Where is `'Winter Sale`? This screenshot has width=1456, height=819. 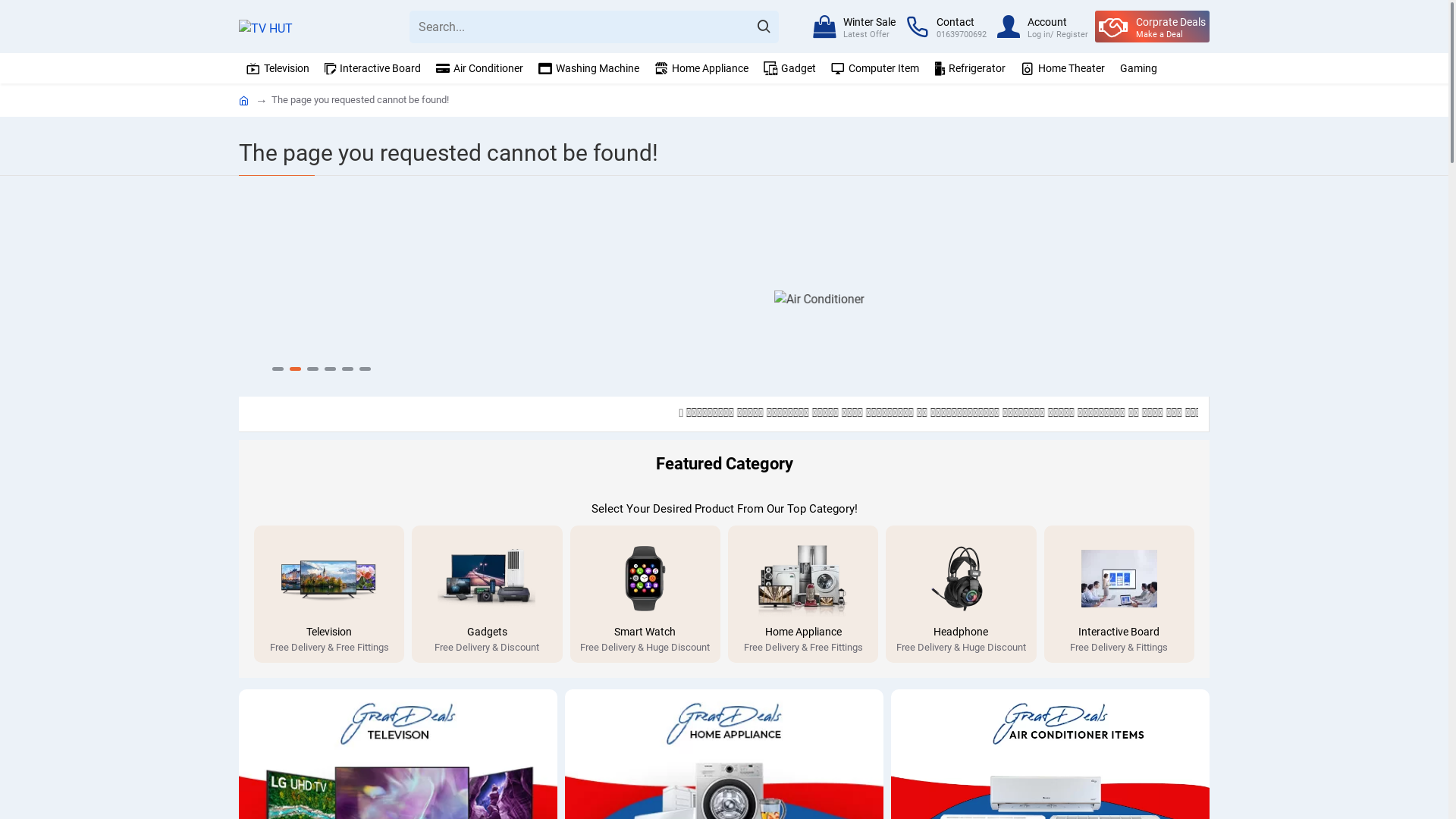 'Winter Sale is located at coordinates (854, 26).